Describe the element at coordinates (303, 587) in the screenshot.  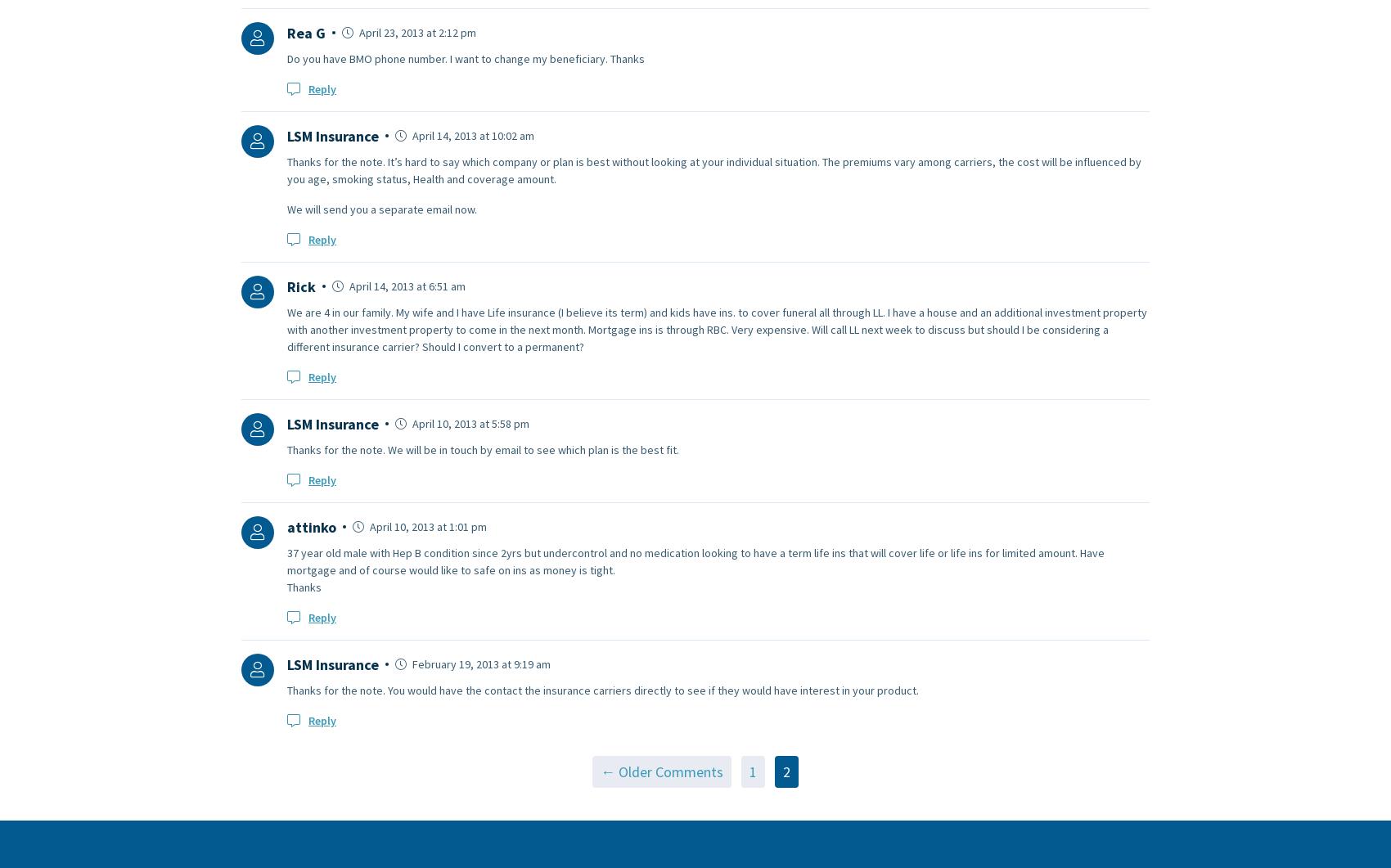
I see `'Thanks'` at that location.